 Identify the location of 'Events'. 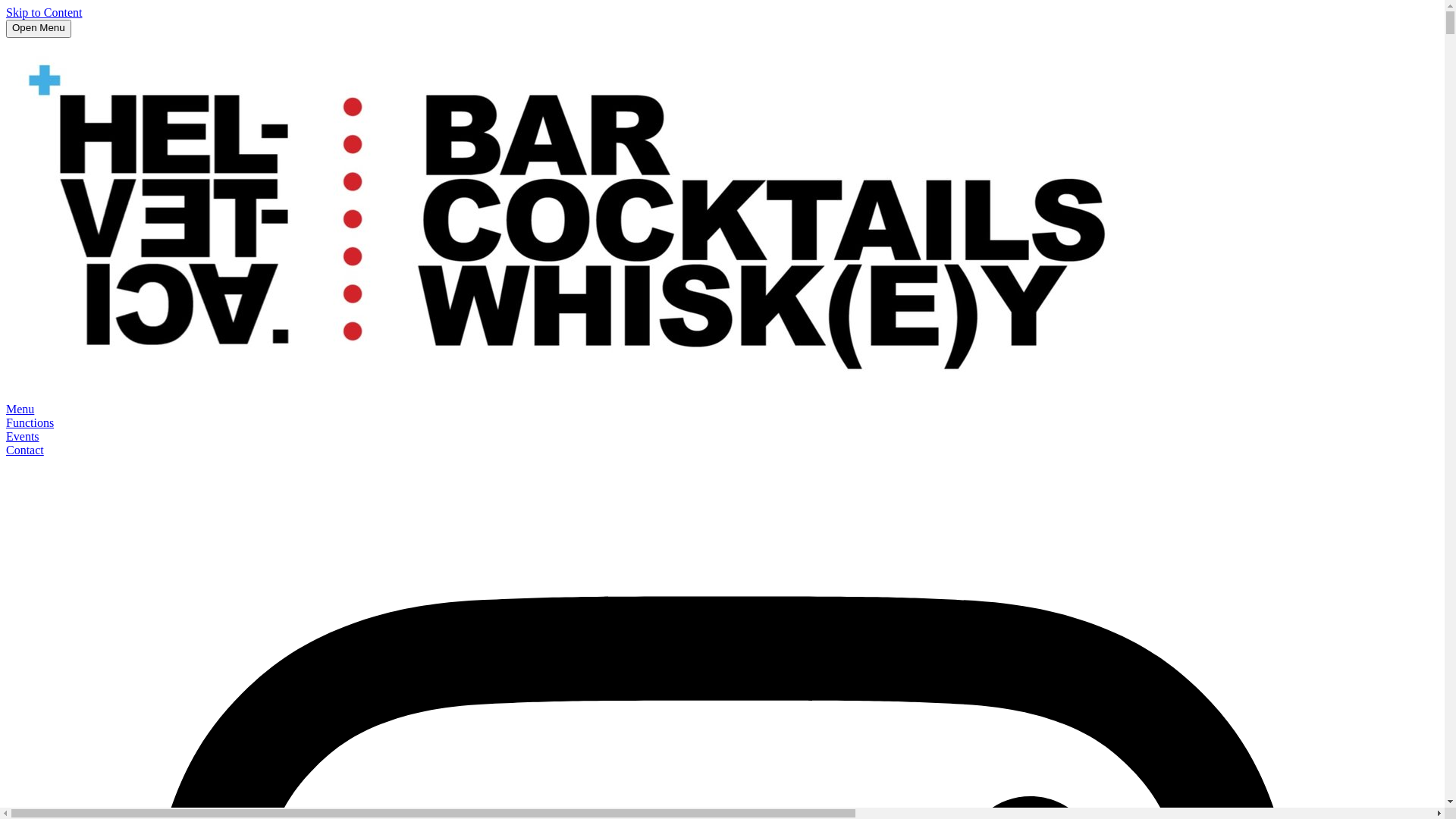
(6, 436).